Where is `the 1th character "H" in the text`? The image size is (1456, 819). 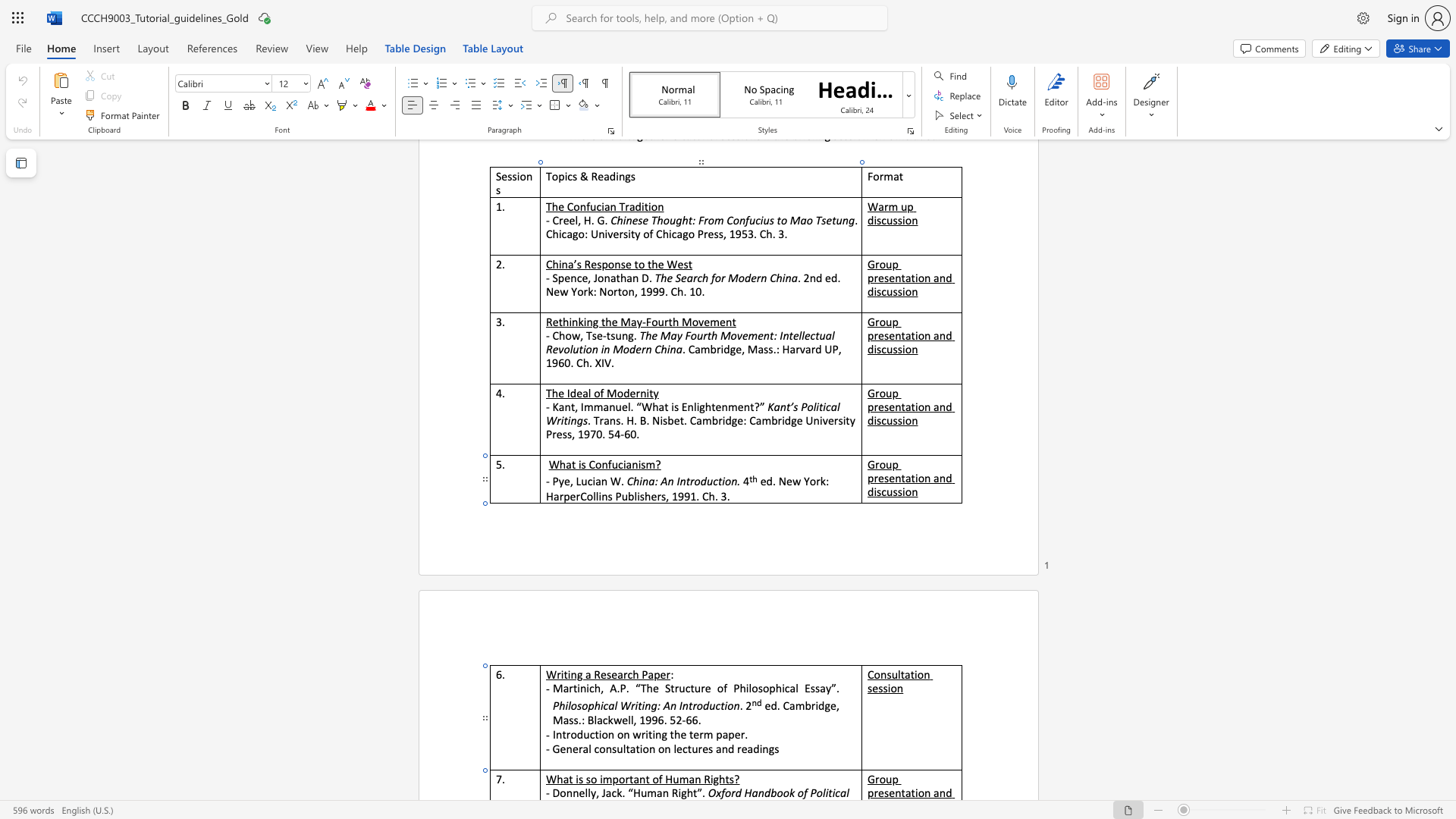 the 1th character "H" in the text is located at coordinates (637, 792).